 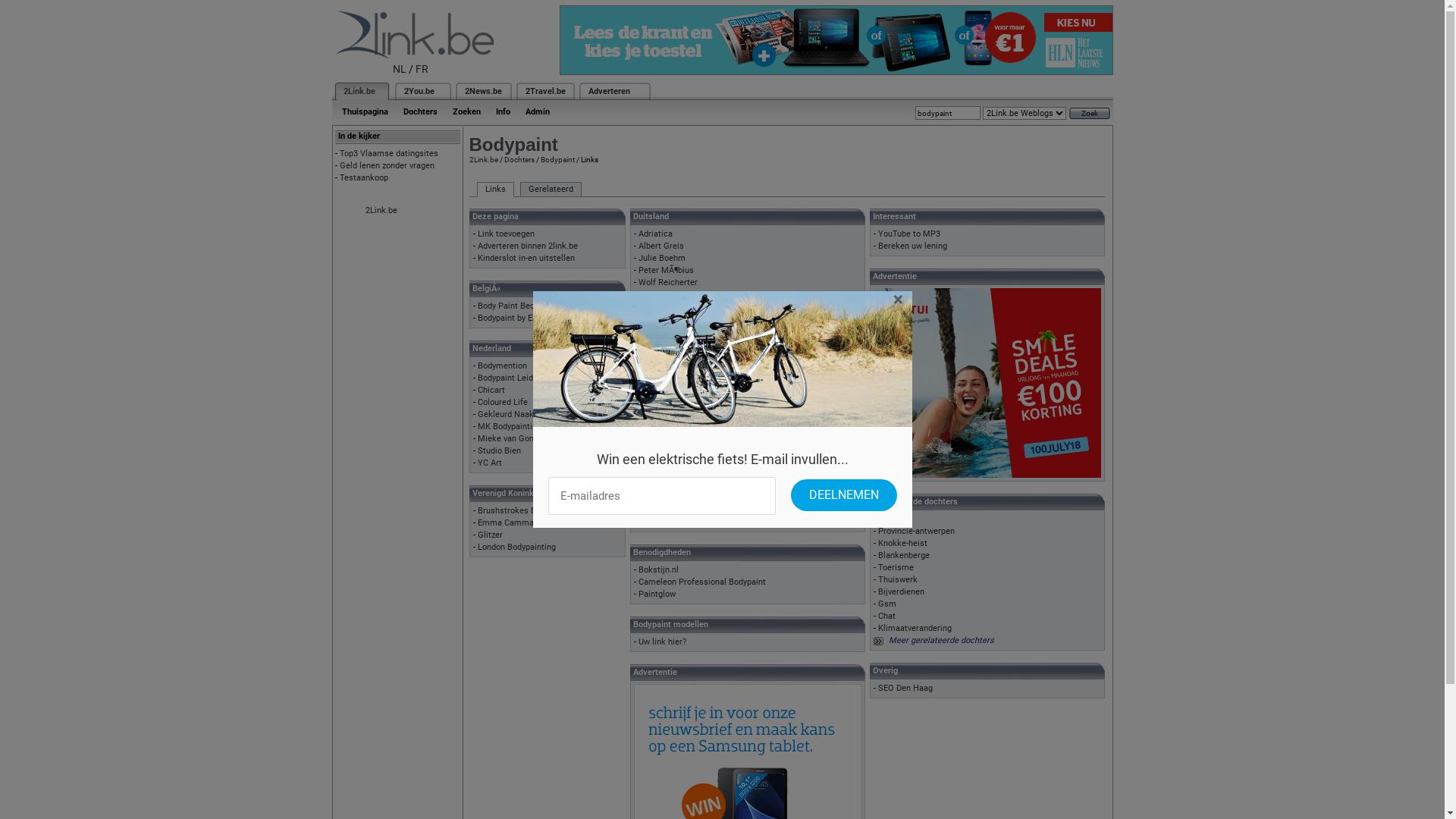 I want to click on 'Bodymention', so click(x=502, y=366).